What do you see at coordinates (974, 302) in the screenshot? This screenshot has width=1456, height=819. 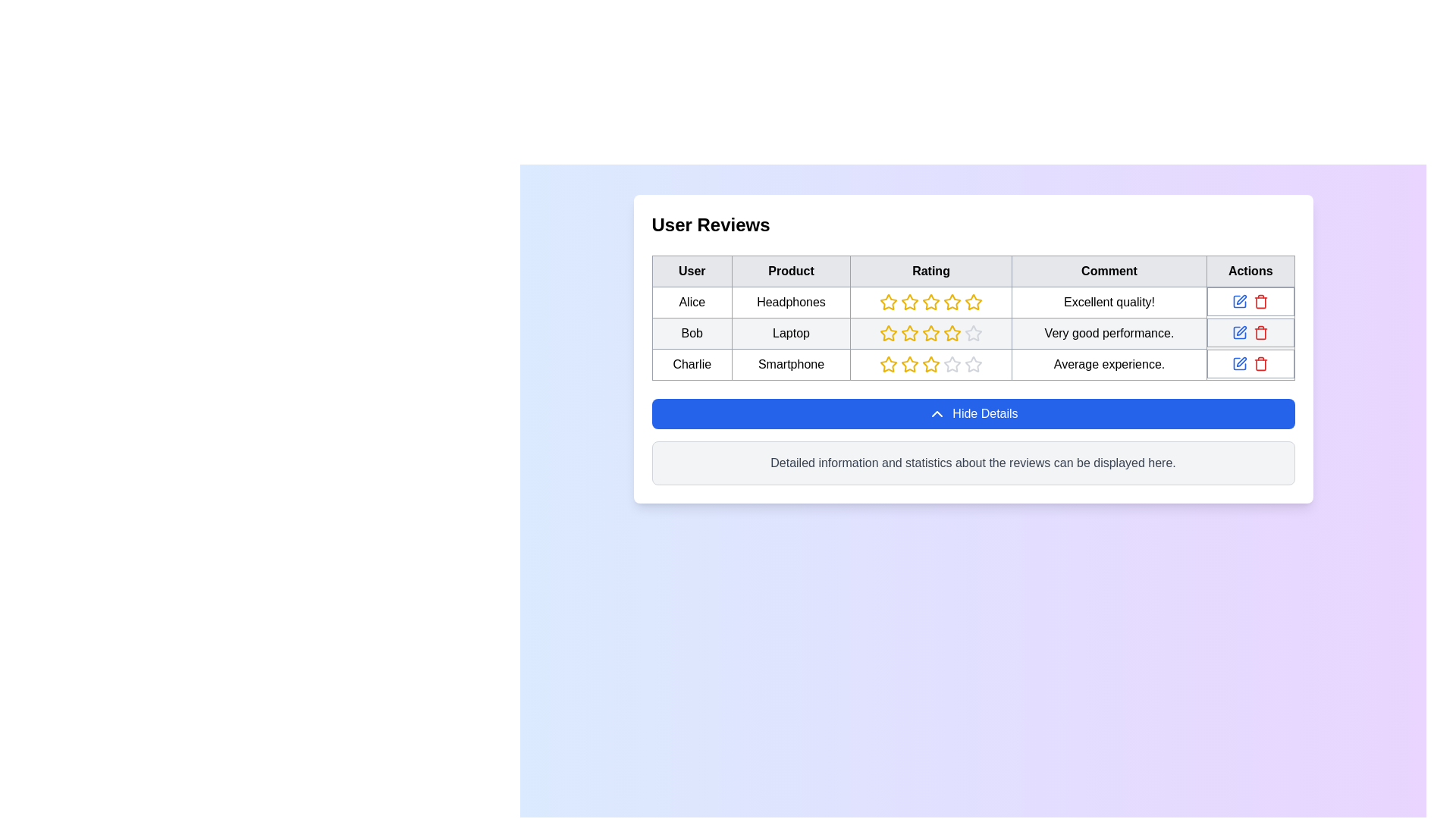 I see `the third star icon in the rating bar for the product 'Headphones' associated with Alice` at bounding box center [974, 302].